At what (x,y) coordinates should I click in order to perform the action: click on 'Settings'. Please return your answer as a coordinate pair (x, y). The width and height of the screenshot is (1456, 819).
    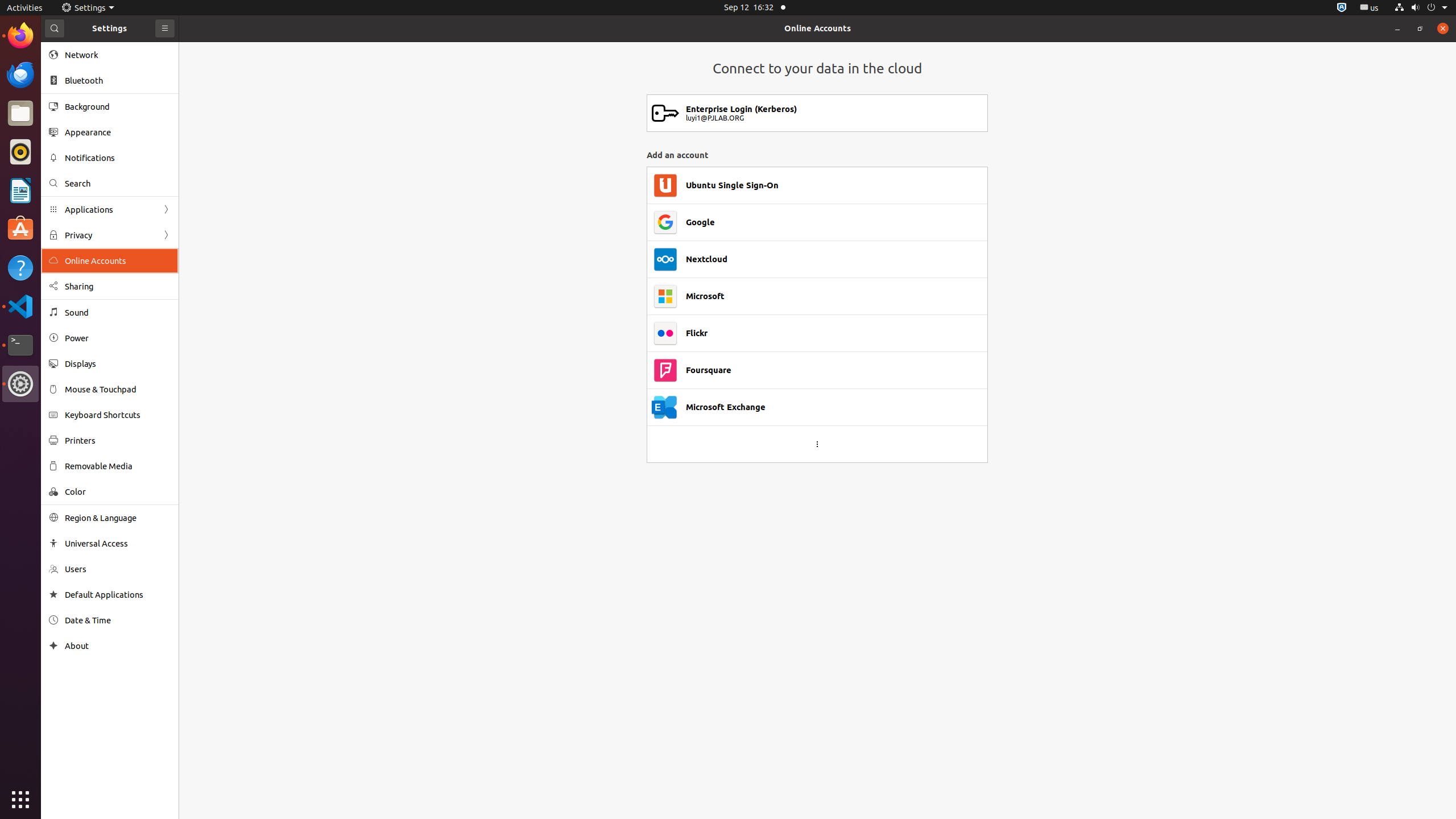
    Looking at the image, I should click on (88, 7).